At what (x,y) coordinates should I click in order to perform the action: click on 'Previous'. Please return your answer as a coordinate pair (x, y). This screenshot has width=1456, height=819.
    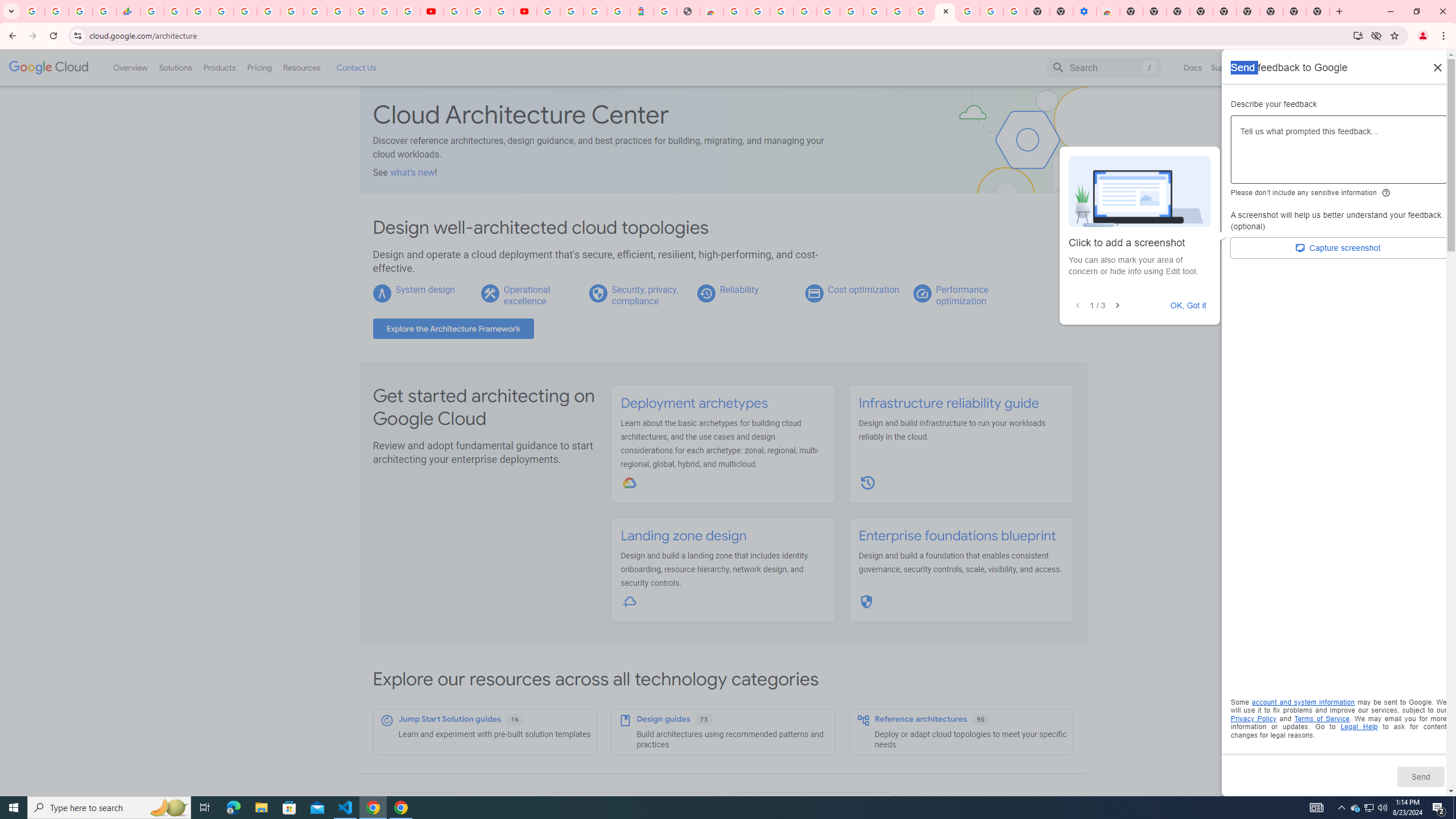
    Looking at the image, I should click on (1077, 305).